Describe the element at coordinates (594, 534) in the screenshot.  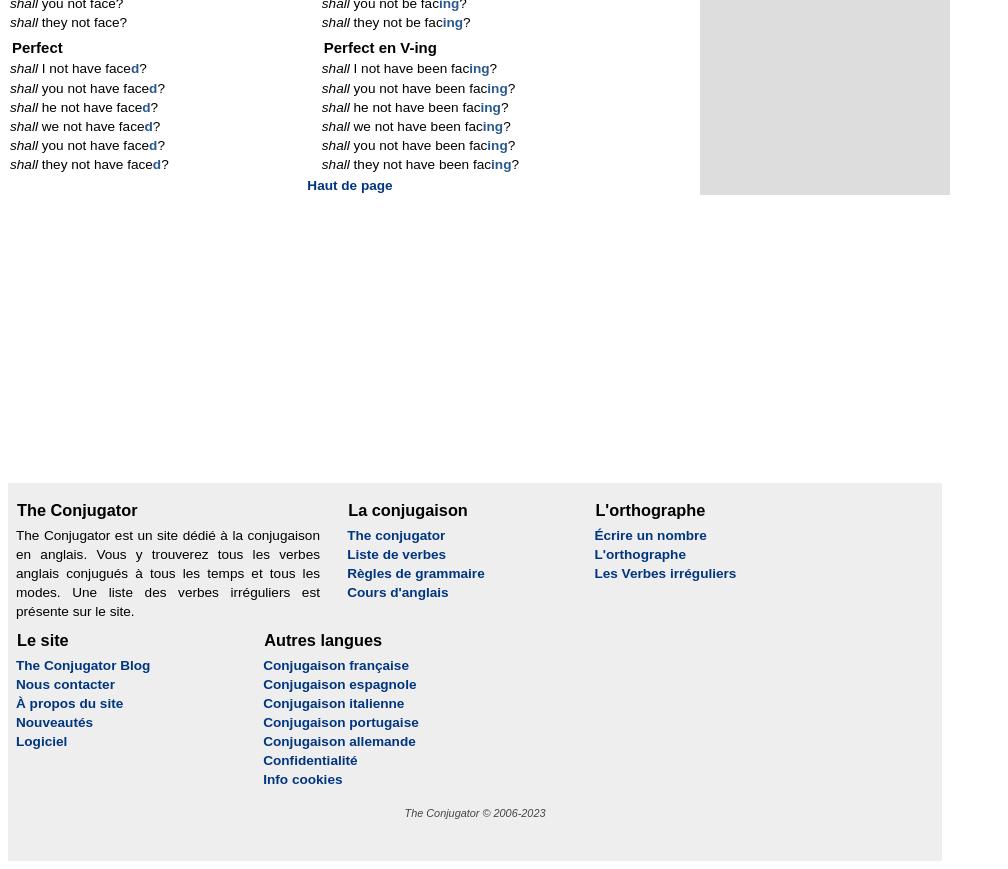
I see `'Écrire un nombre'` at that location.